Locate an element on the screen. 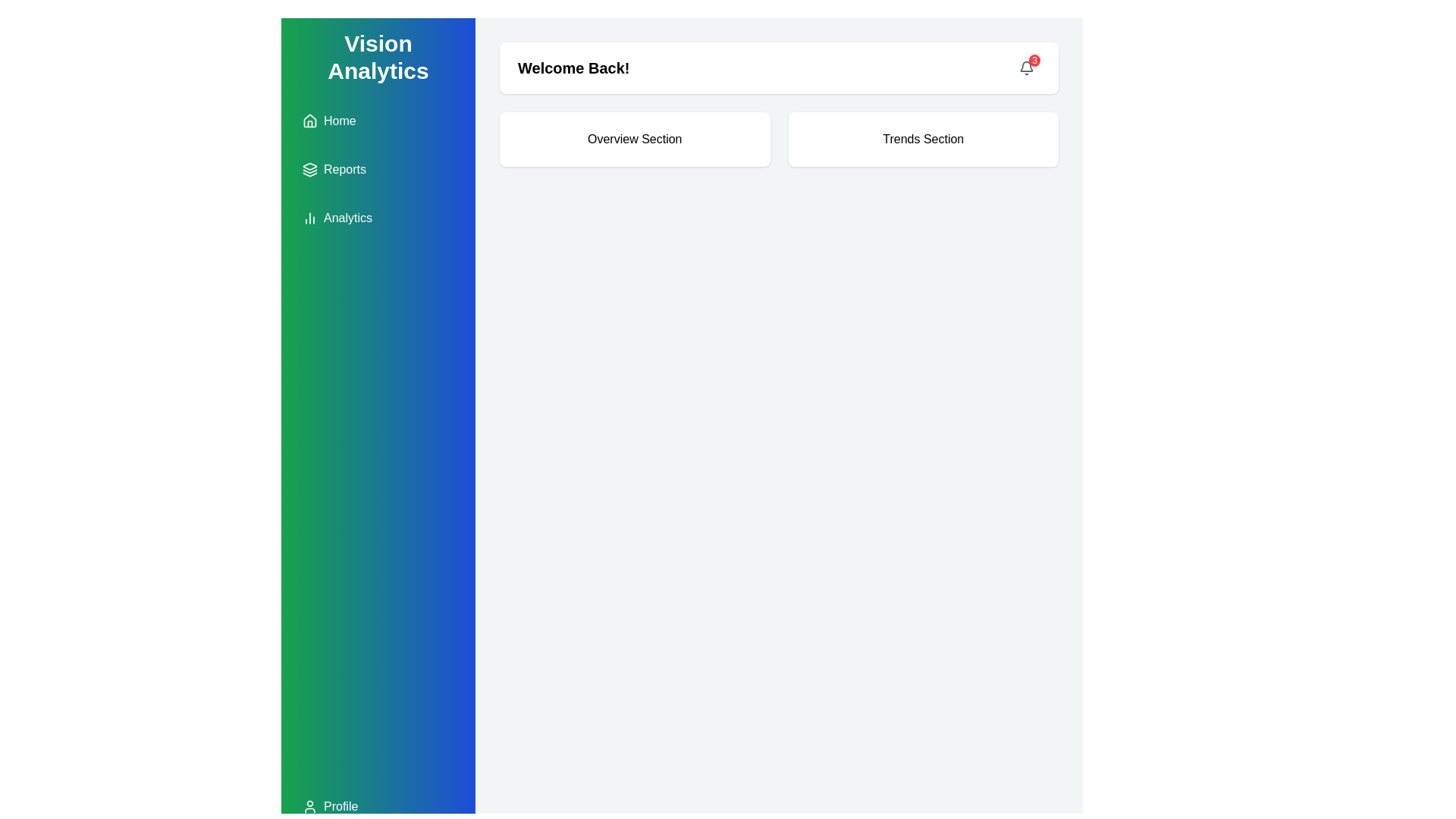 This screenshot has width=1456, height=819. the Reports button located in the vertical navigation menu on the left sidebar is located at coordinates (378, 169).